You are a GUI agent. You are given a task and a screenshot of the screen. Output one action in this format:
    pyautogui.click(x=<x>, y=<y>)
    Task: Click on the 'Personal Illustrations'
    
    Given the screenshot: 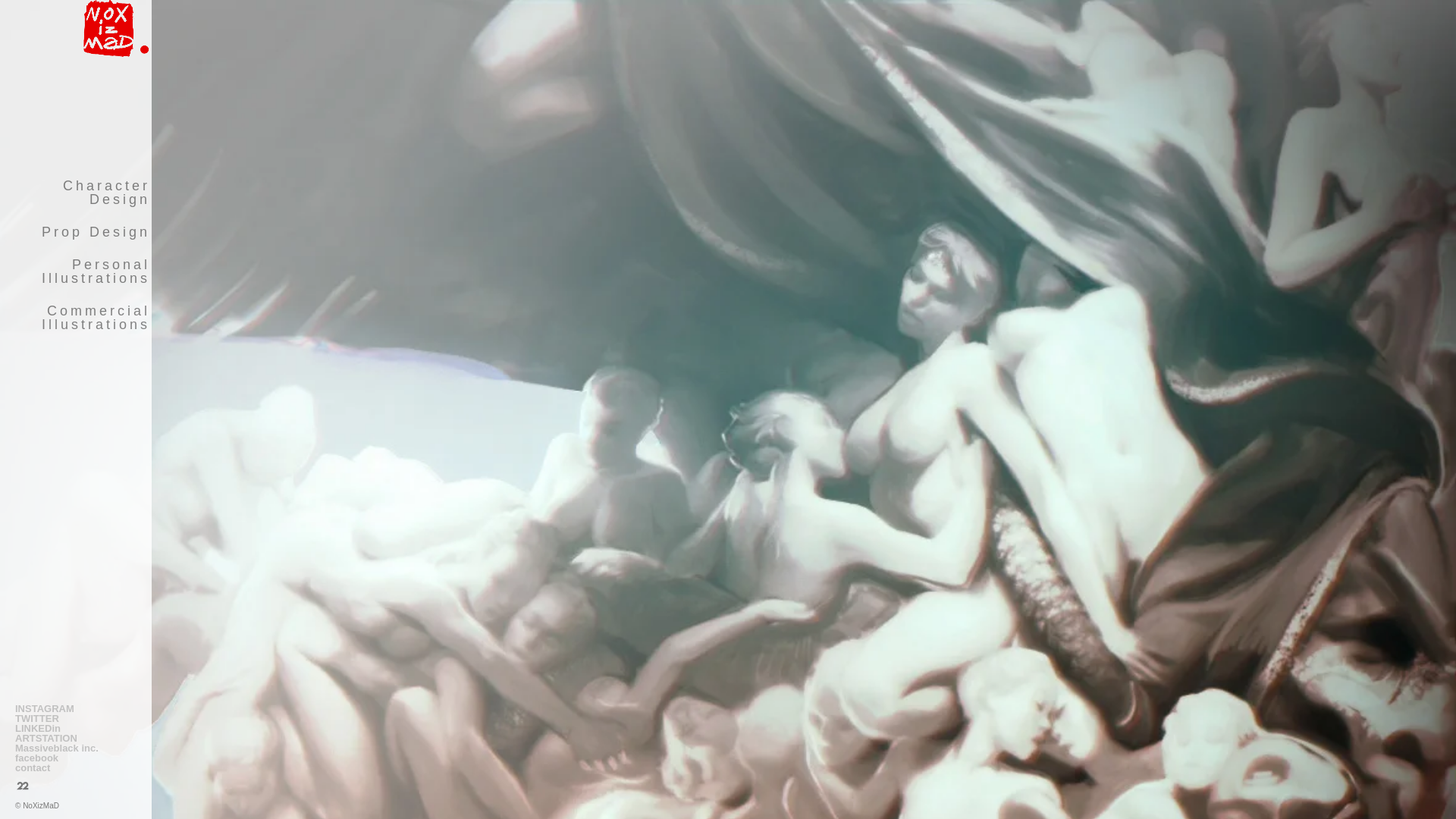 What is the action you would take?
    pyautogui.click(x=75, y=271)
    